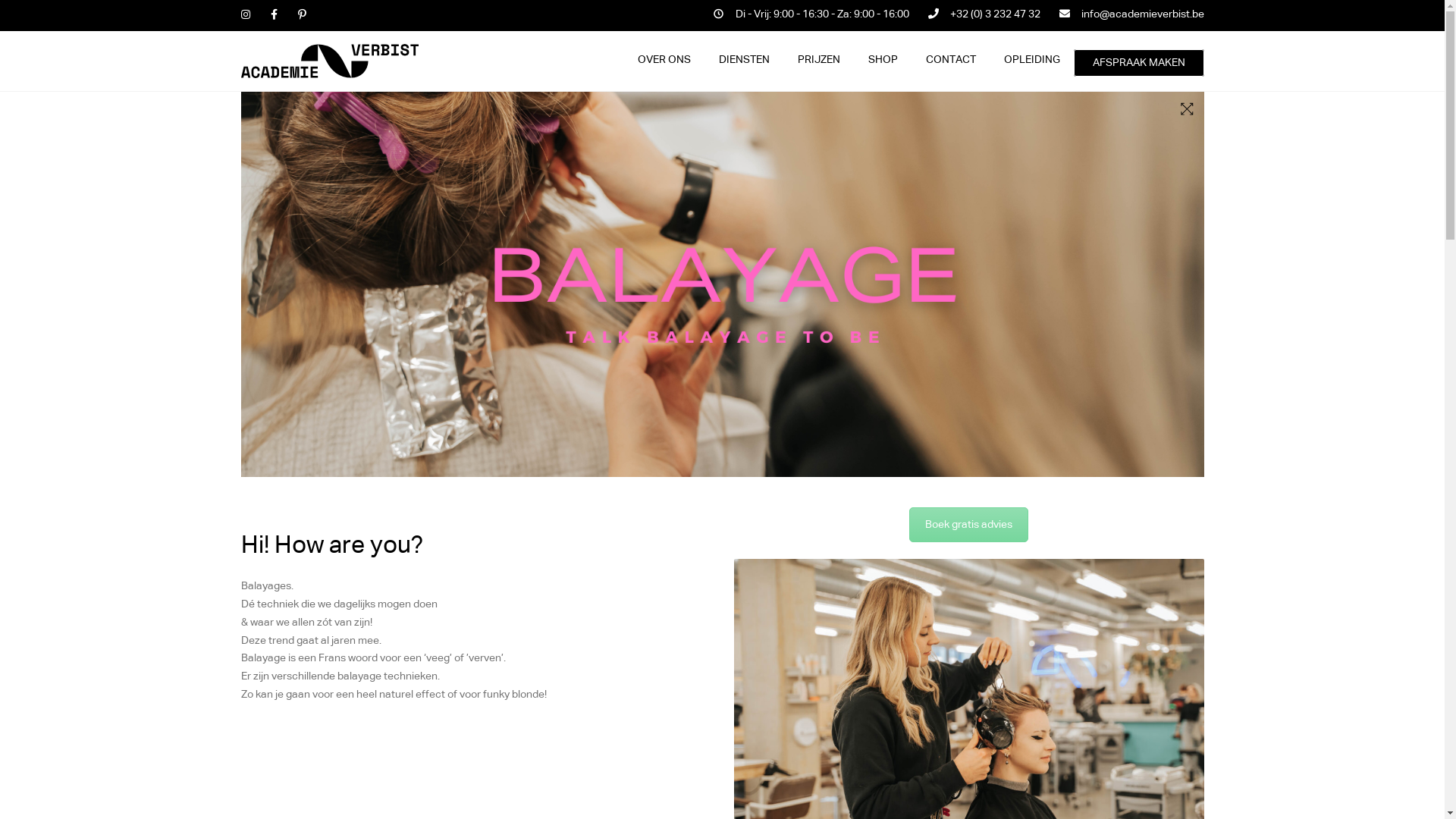 The image size is (1456, 819). I want to click on 'Privacybeleid', so click(405, 774).